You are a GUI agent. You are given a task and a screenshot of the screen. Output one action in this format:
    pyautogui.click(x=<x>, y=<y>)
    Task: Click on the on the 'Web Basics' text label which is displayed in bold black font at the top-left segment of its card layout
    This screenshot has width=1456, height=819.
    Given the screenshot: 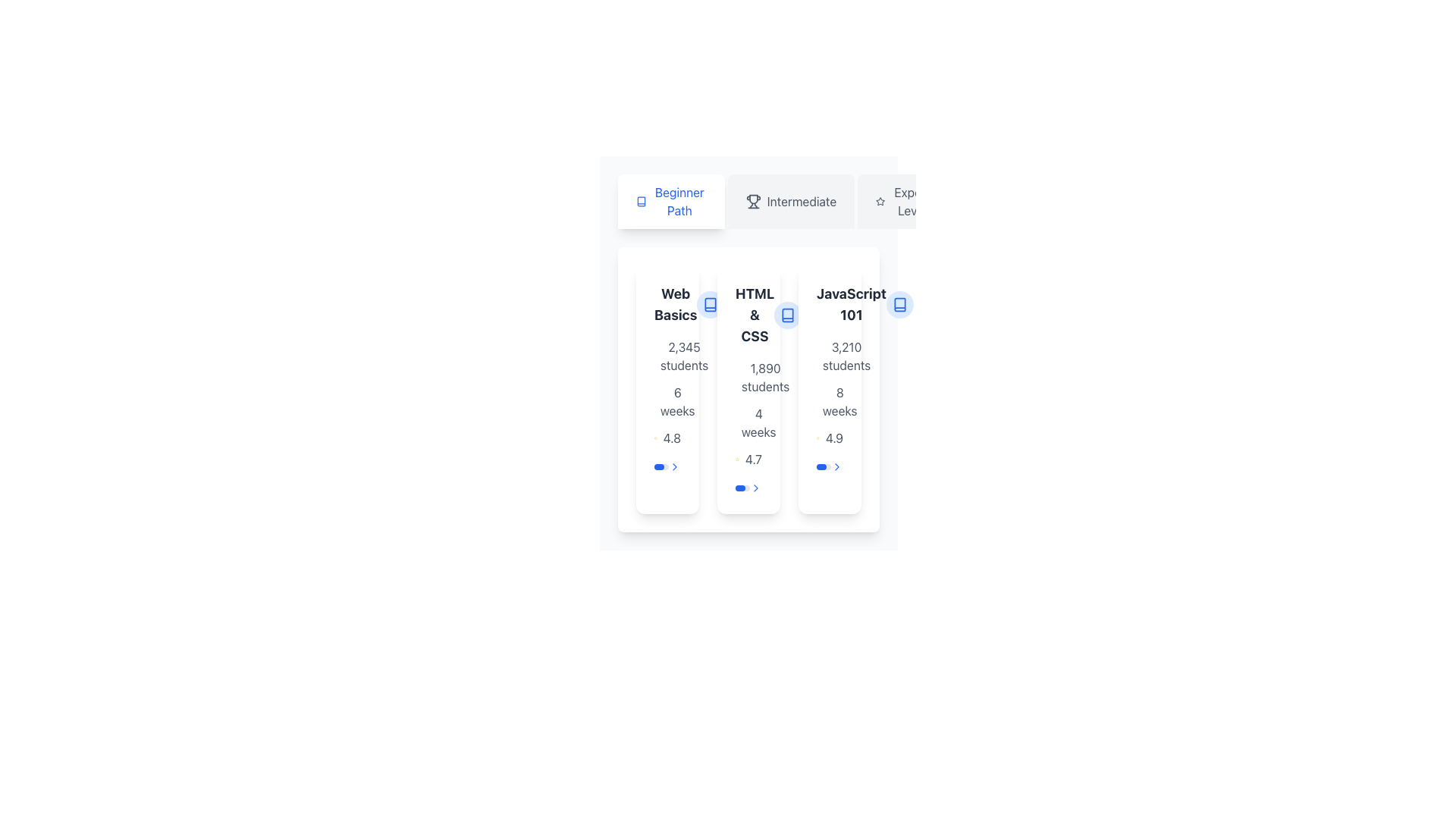 What is the action you would take?
    pyautogui.click(x=667, y=304)
    